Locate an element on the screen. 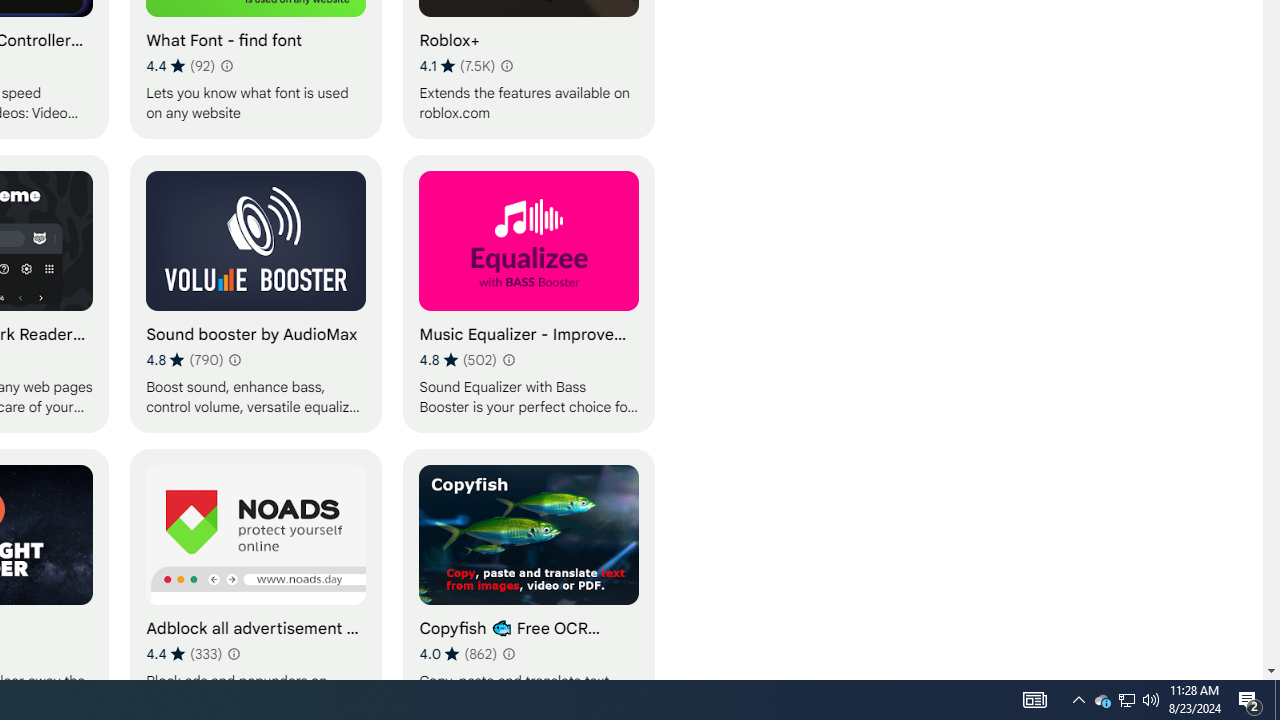 The image size is (1280, 720). 'Learn more about results and reviews "What Font - find font"' is located at coordinates (226, 64).